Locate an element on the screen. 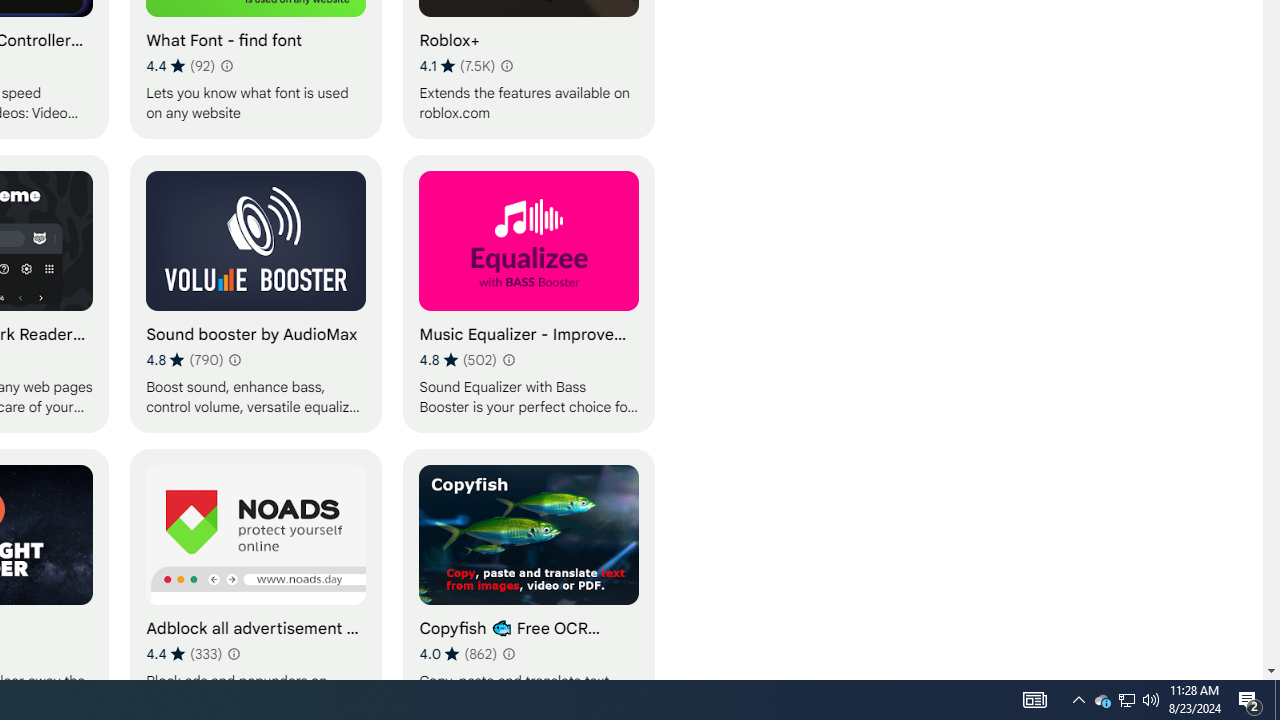 The image size is (1280, 720). 'Learn more about results and reviews "What Font - find font"' is located at coordinates (226, 64).